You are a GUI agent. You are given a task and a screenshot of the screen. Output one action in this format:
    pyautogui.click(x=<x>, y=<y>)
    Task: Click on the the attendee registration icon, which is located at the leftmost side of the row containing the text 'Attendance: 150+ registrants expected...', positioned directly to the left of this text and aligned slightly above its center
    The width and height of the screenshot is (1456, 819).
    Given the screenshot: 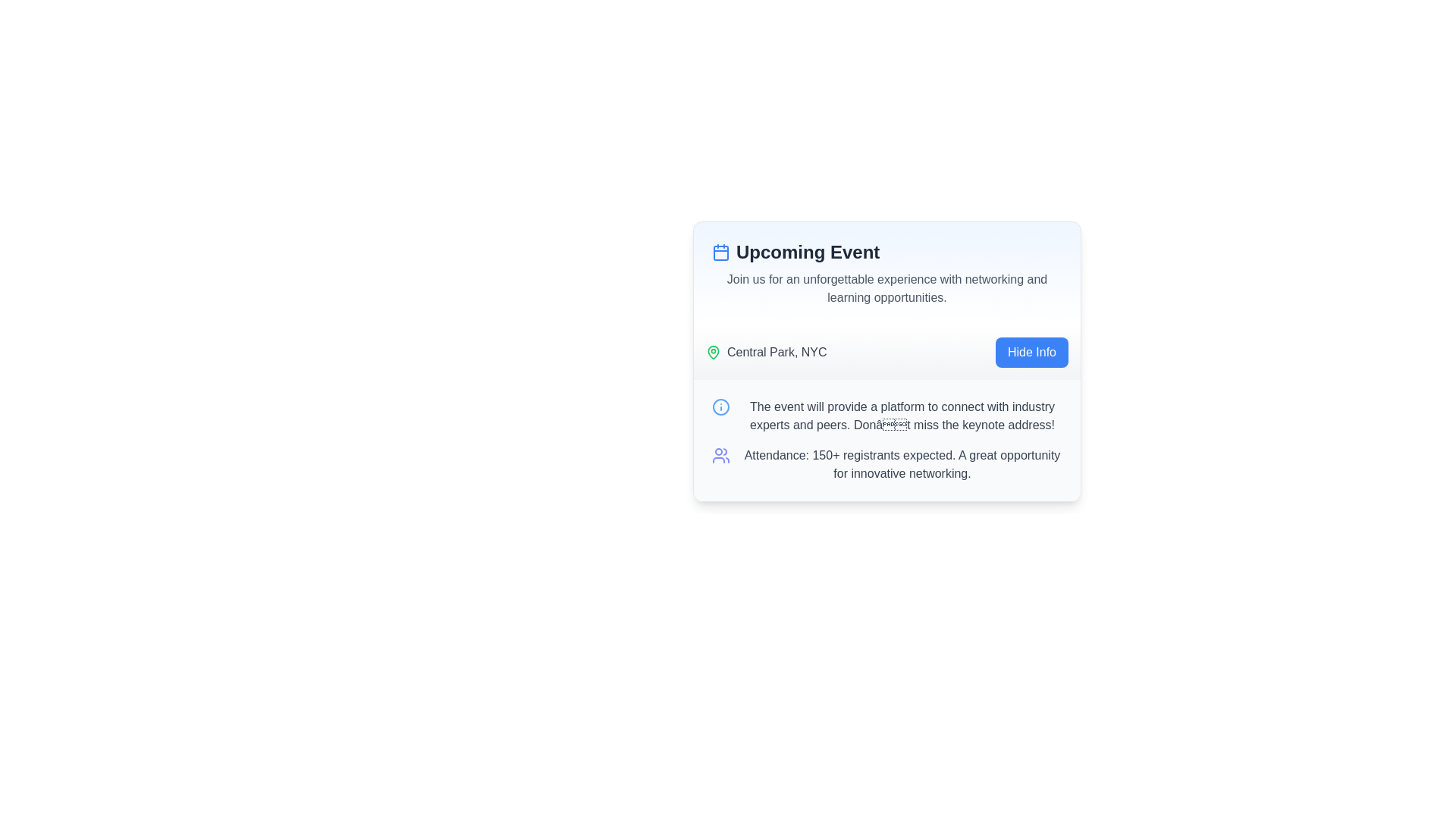 What is the action you would take?
    pyautogui.click(x=720, y=455)
    